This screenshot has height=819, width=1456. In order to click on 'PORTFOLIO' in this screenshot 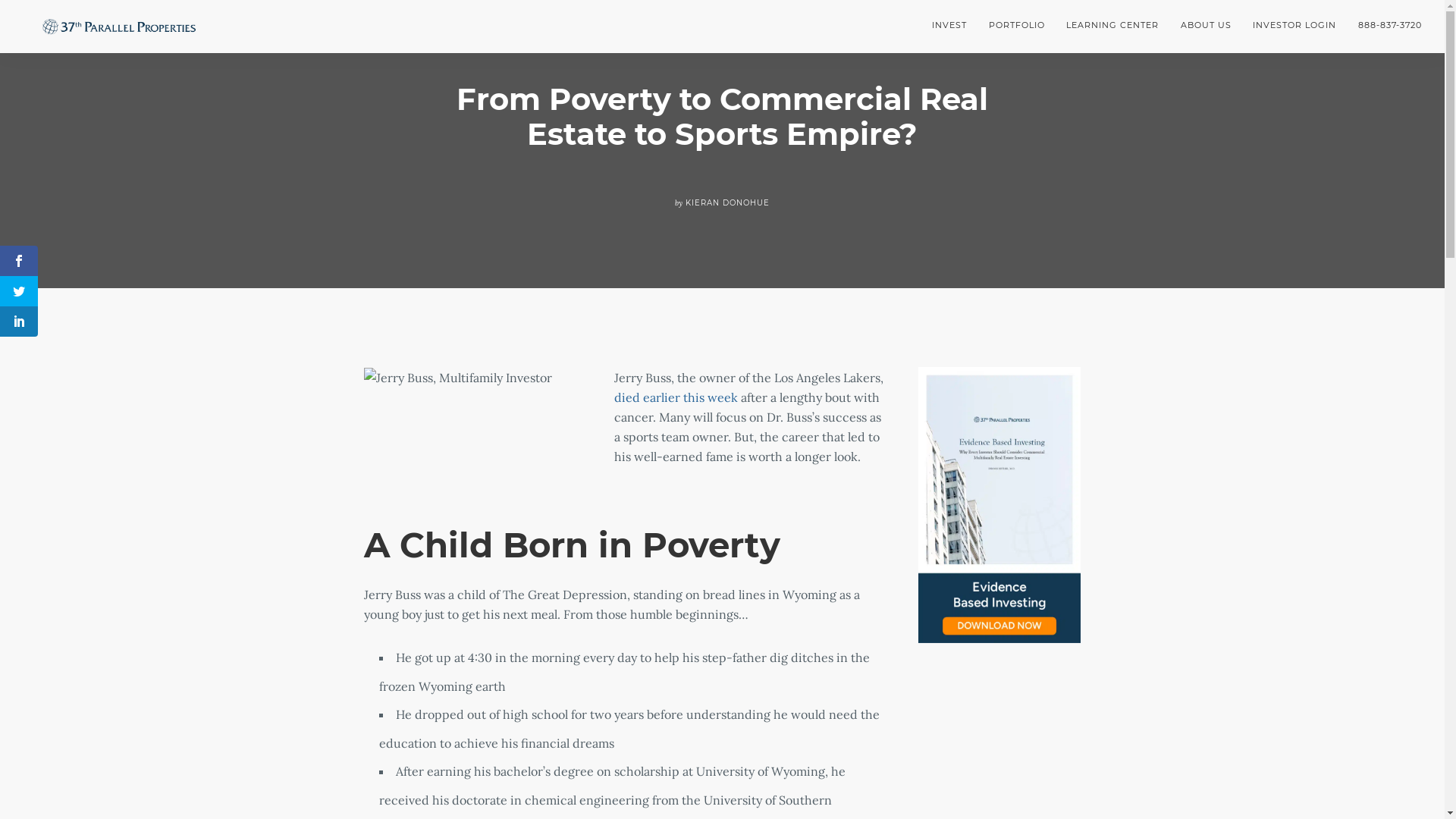, I will do `click(977, 25)`.